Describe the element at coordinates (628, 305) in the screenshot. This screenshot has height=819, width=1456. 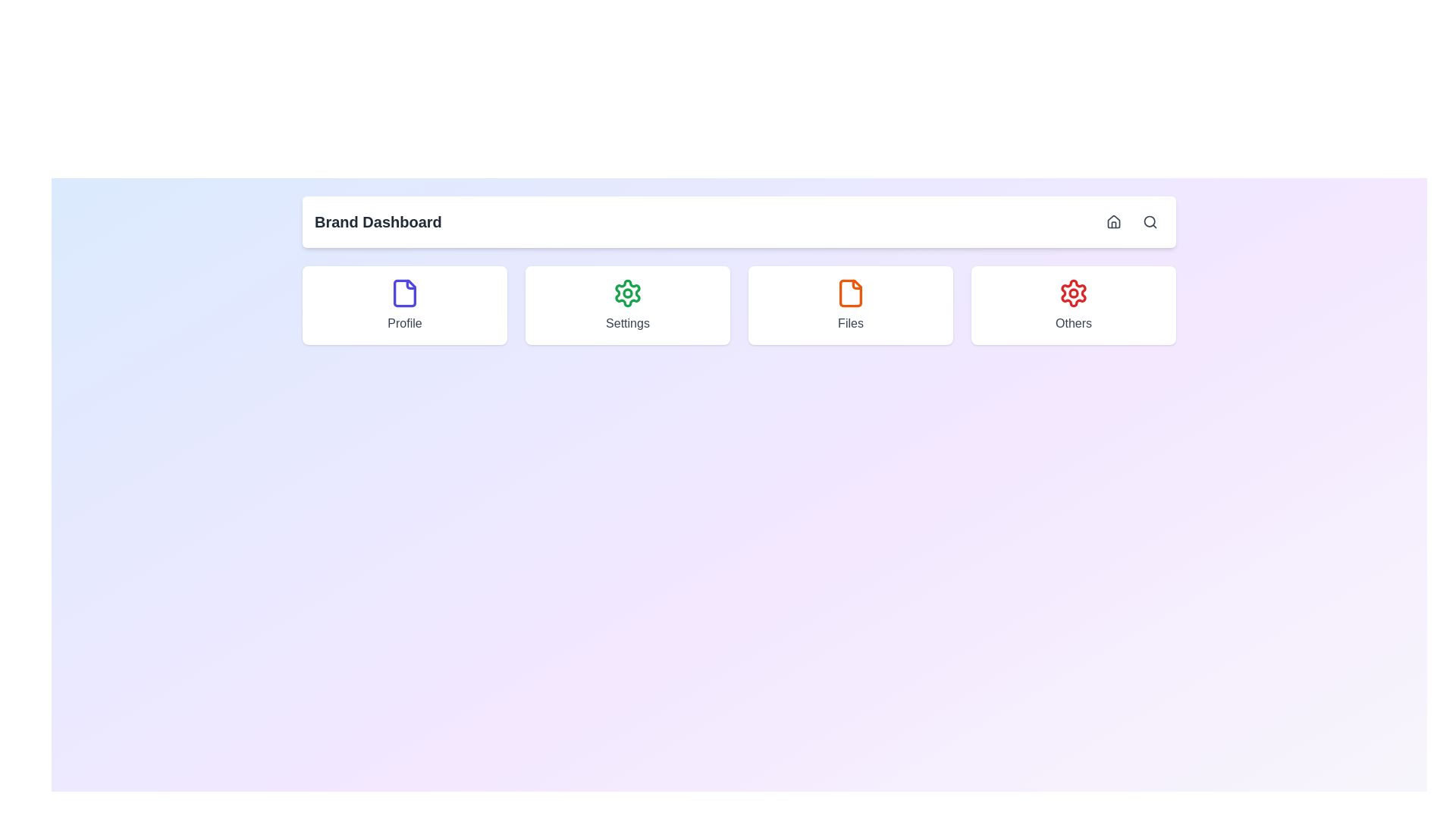
I see `the green gear icon button labeled 'Settings'` at that location.